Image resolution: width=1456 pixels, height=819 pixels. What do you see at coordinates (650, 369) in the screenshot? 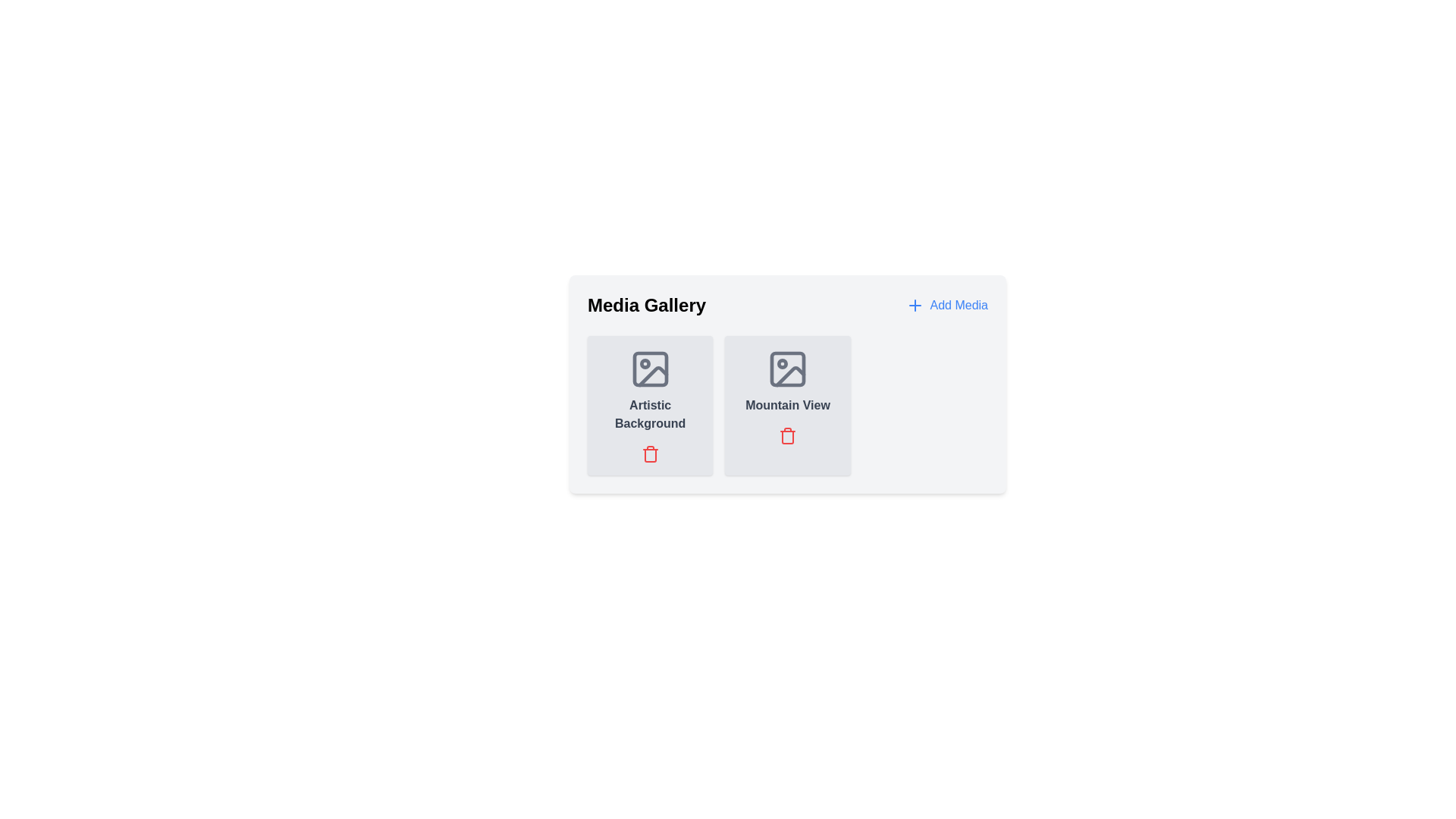
I see `the gray-outline icon resembling a generic image representation located in the first grid item of the 'Media Gallery' section, positioned above the text 'Artistic Background'` at bounding box center [650, 369].